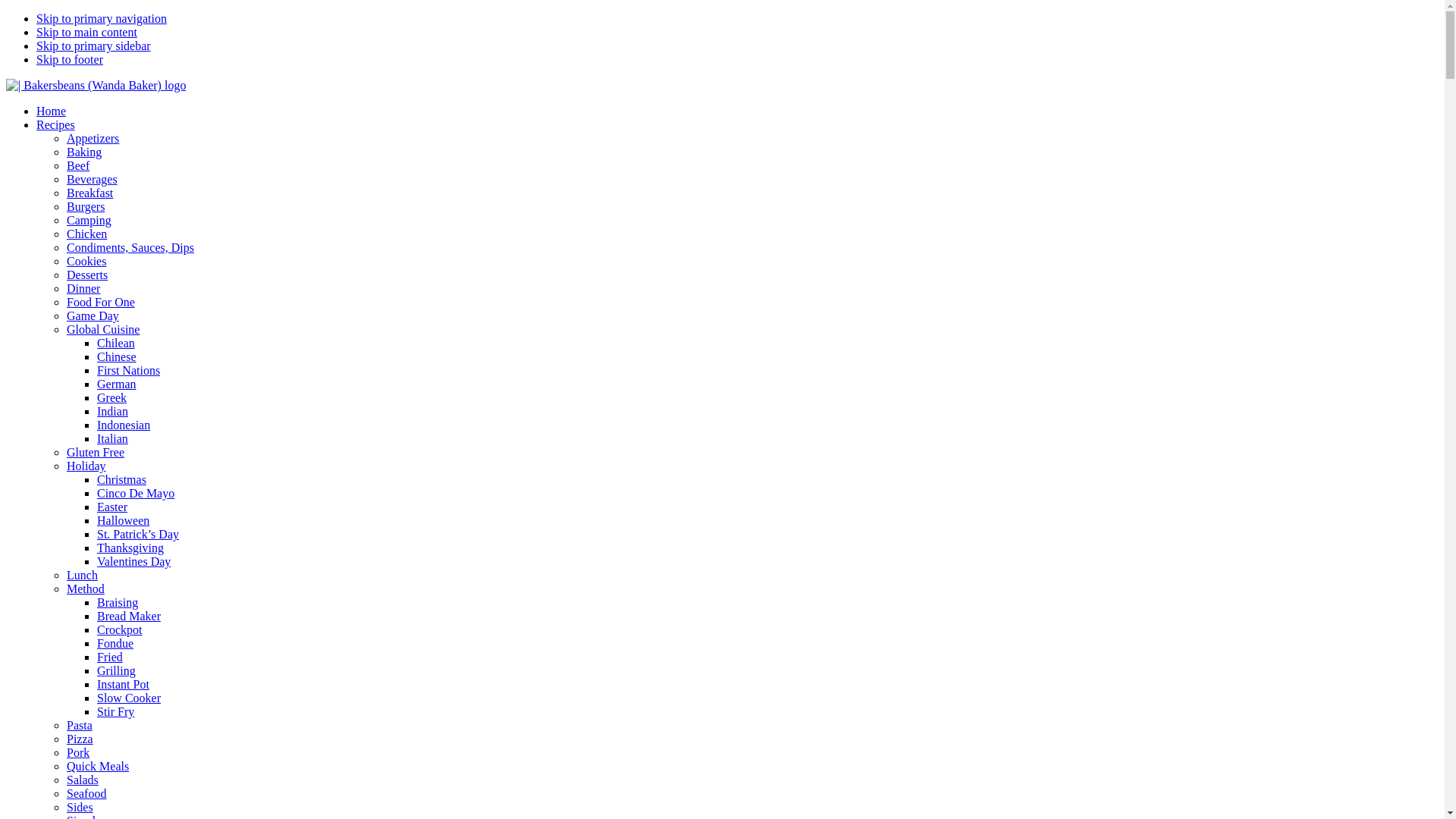 This screenshot has height=819, width=1456. What do you see at coordinates (96, 479) in the screenshot?
I see `'Christmas'` at bounding box center [96, 479].